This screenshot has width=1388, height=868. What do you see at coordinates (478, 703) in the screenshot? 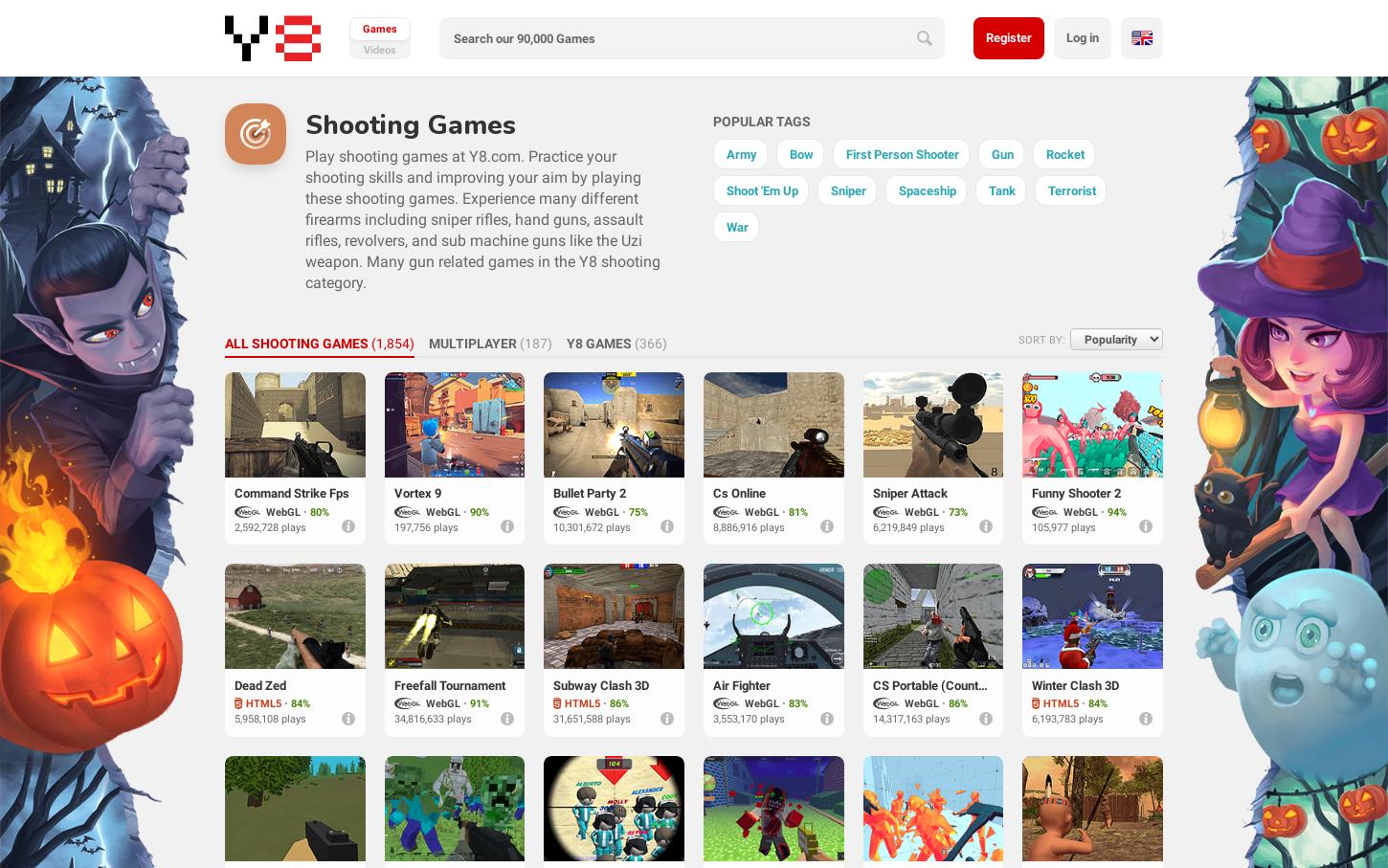
I see `'91%'` at bounding box center [478, 703].